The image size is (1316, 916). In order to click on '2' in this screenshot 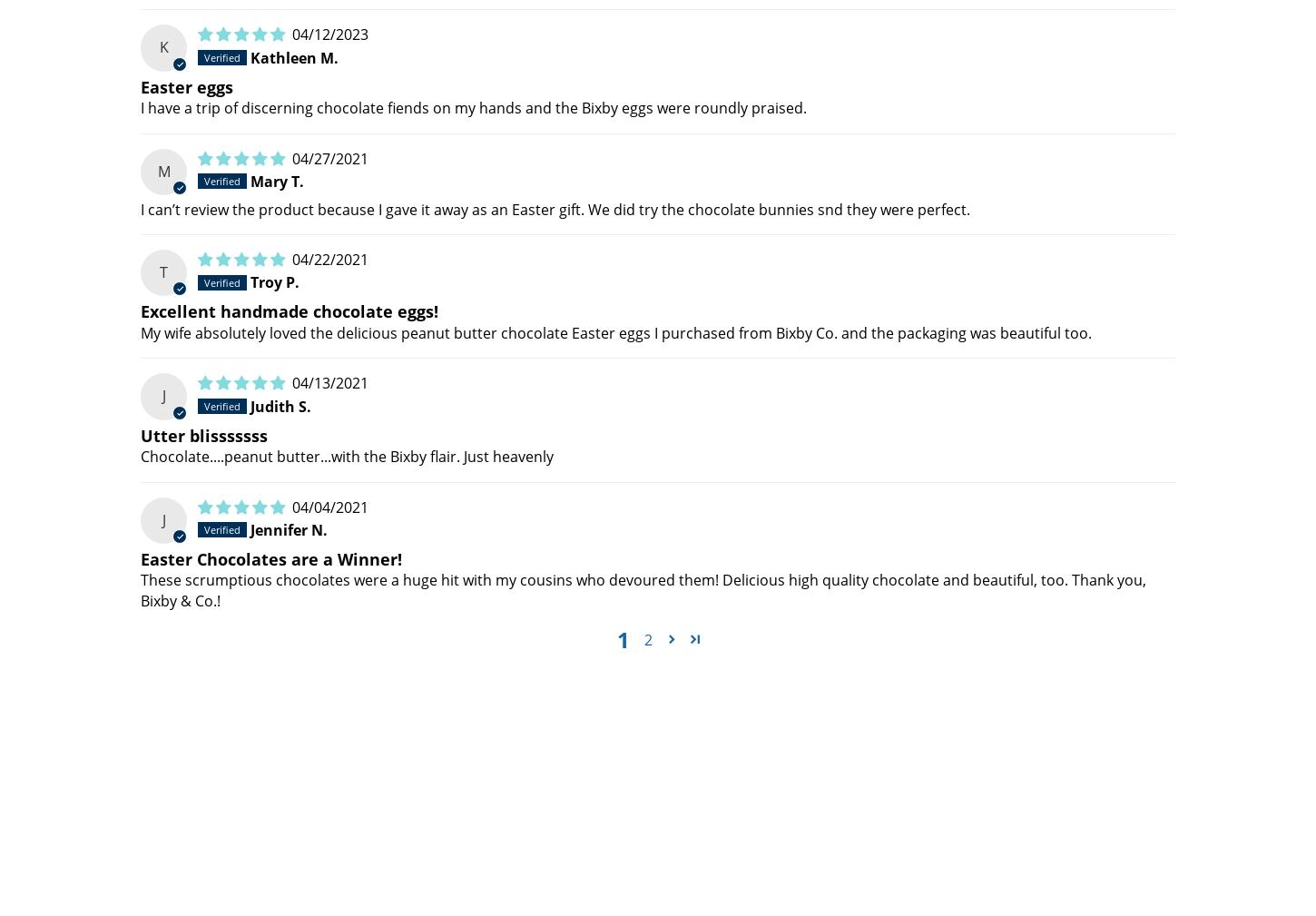, I will do `click(646, 639)`.